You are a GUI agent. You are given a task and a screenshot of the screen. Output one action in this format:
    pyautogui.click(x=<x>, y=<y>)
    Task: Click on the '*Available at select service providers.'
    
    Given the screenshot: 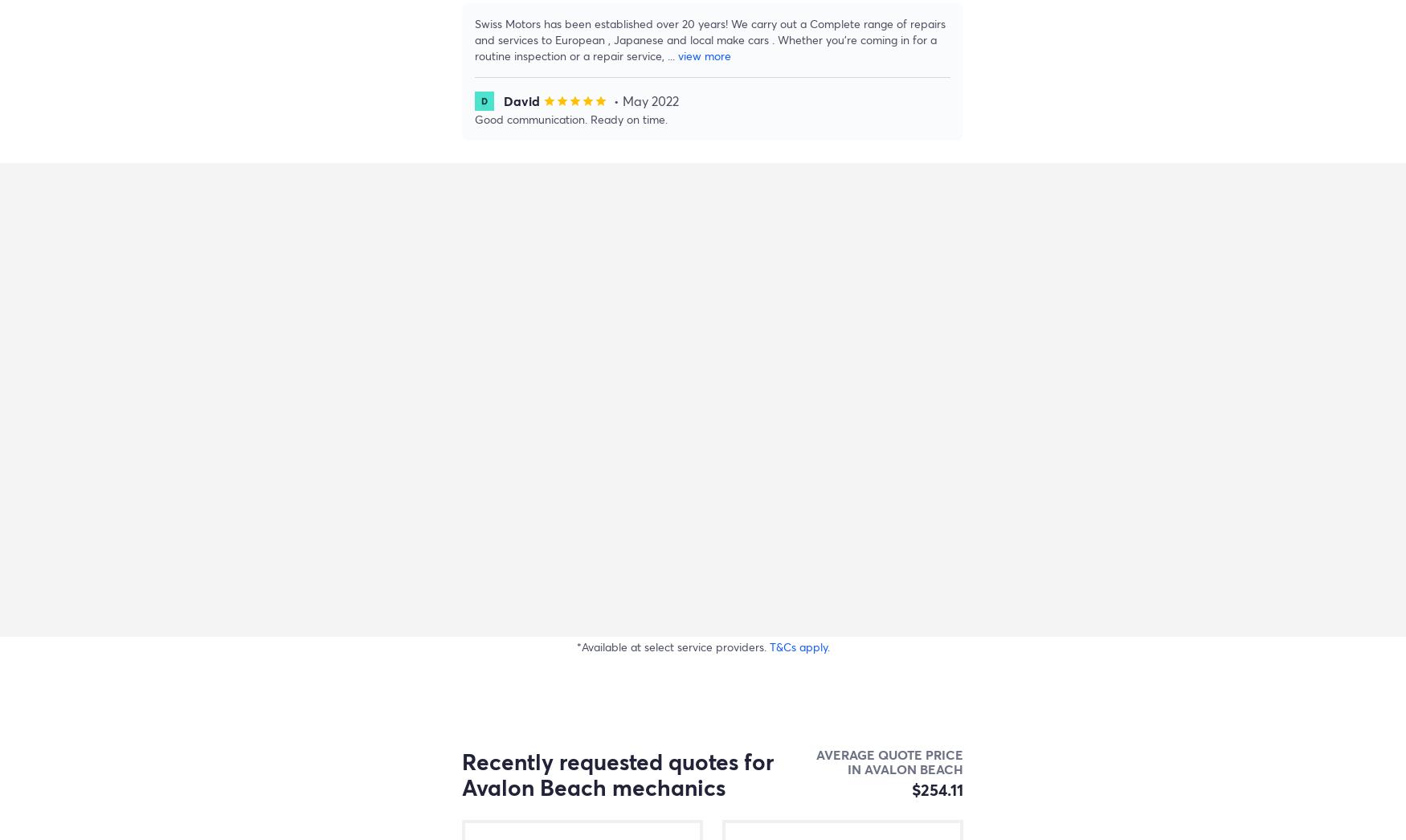 What is the action you would take?
    pyautogui.click(x=672, y=646)
    